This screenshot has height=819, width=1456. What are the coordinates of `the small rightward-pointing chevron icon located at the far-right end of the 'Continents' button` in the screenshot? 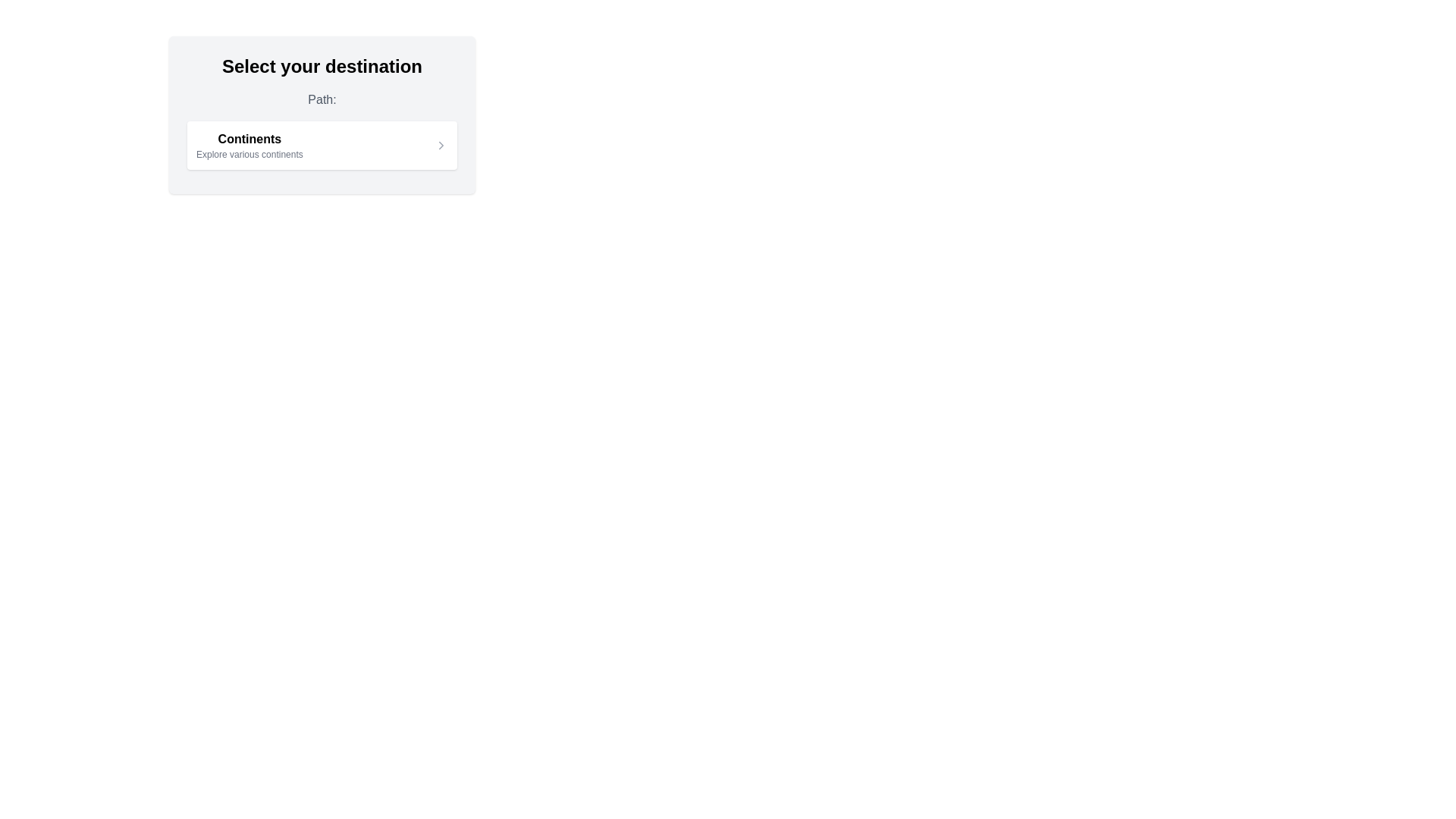 It's located at (440, 146).